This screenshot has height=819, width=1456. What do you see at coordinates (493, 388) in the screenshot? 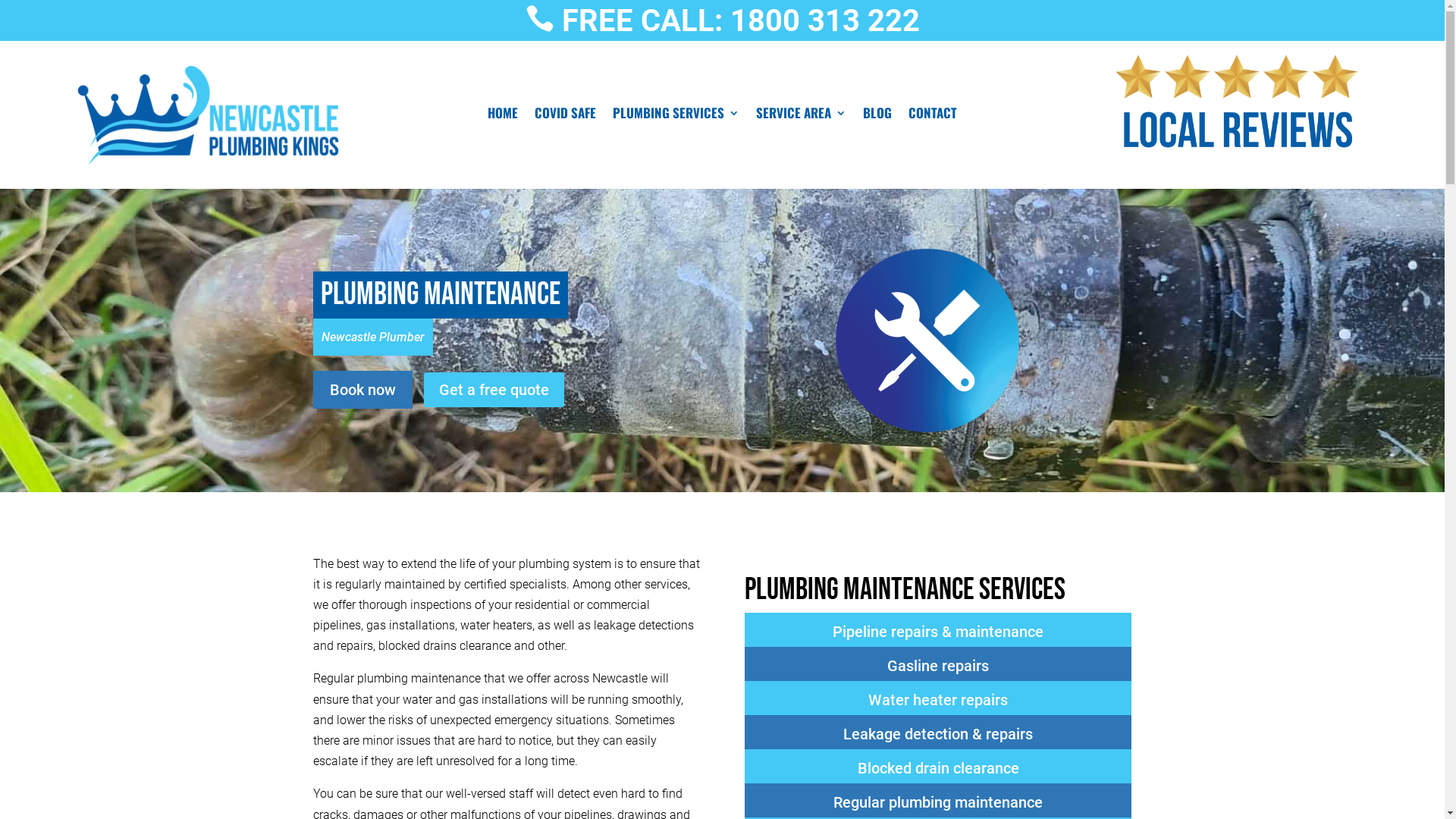
I see `'Get a free quote'` at bounding box center [493, 388].